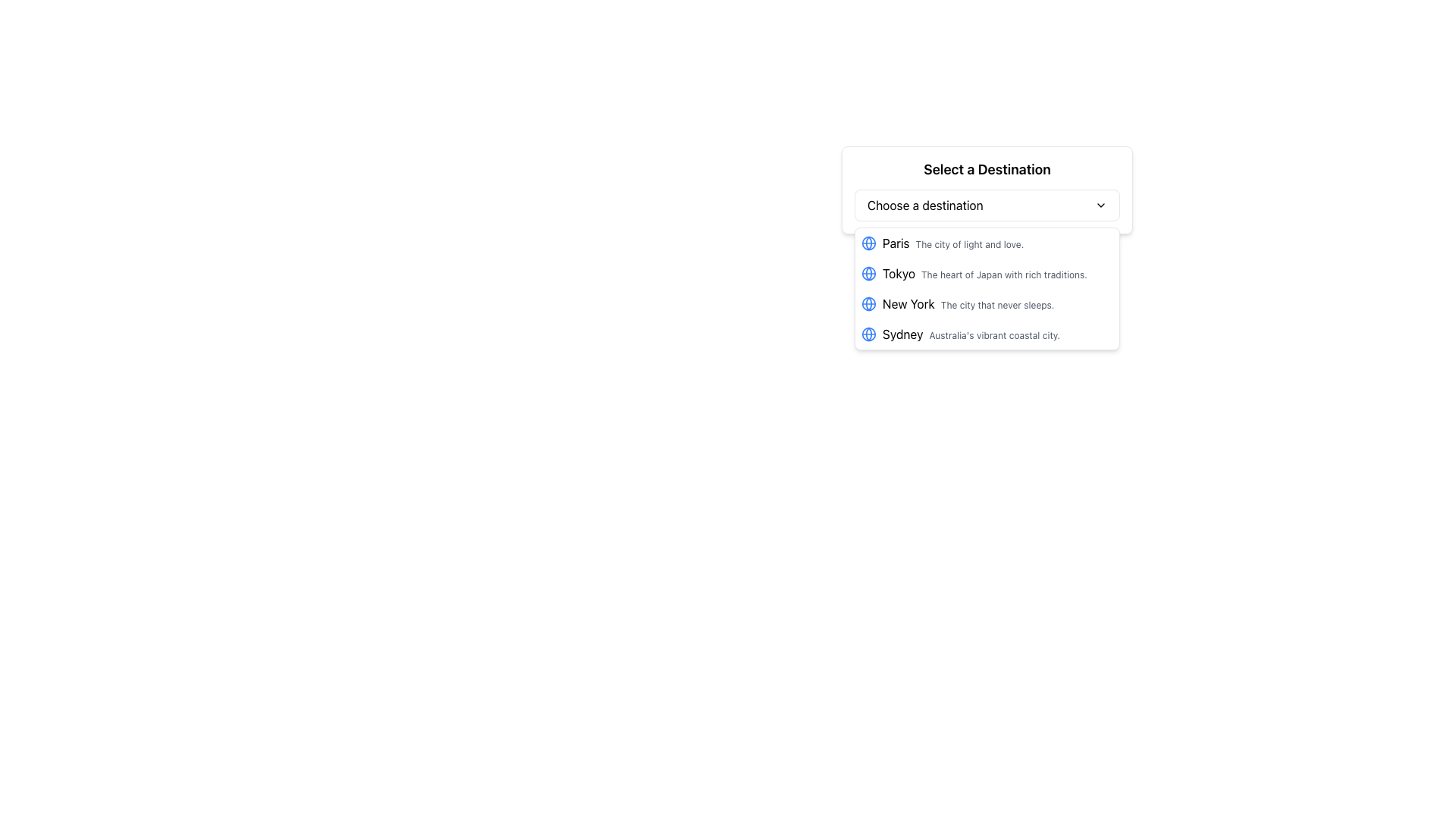 The image size is (1456, 819). I want to click on the circular globe icon representing the 'Tokyo' option in the dropdown menu to enhance usability and provide a visual aid, so click(869, 274).